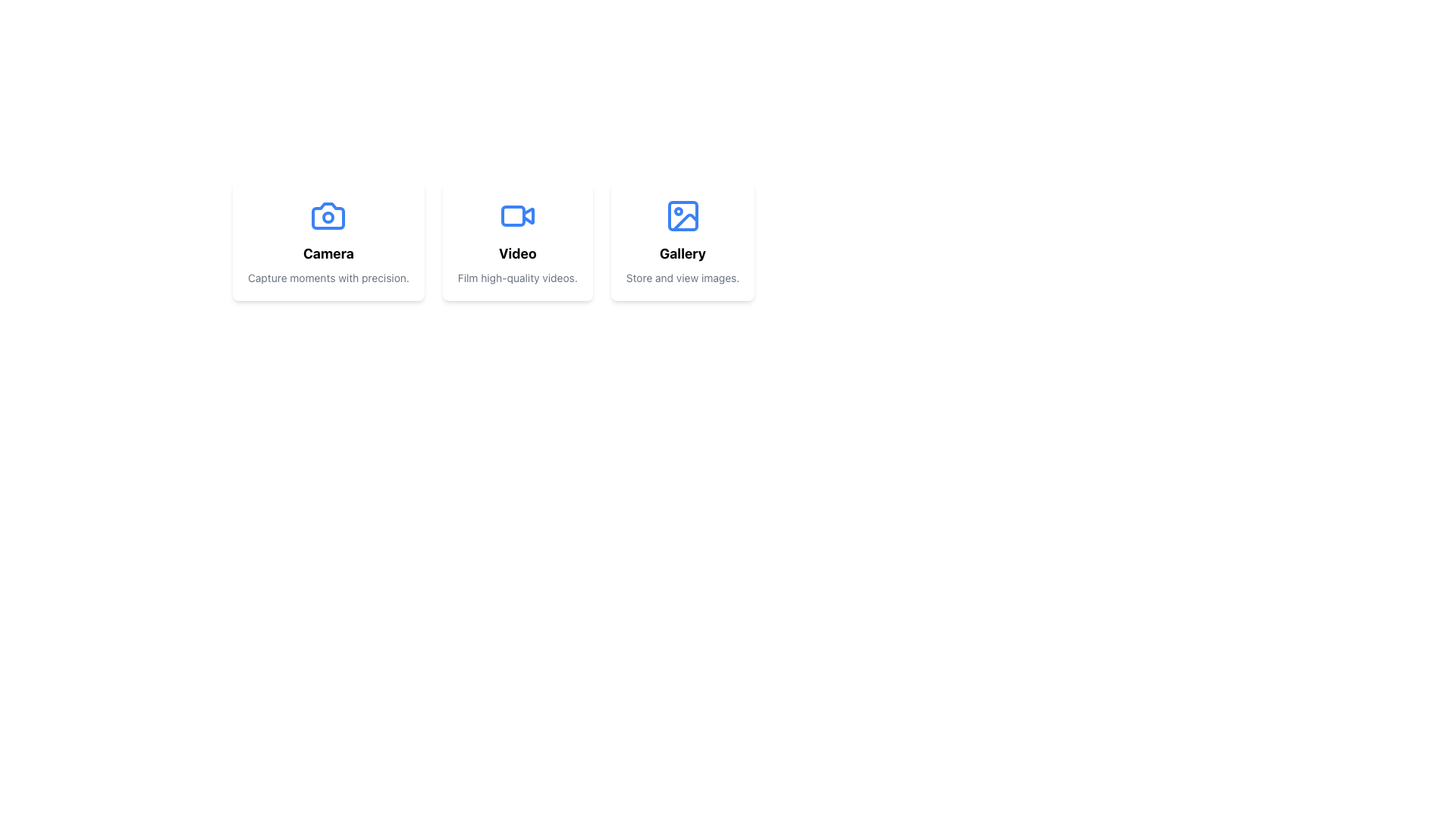 The image size is (1456, 819). Describe the element at coordinates (682, 241) in the screenshot. I see `the third card in a horizontal list of cards` at that location.